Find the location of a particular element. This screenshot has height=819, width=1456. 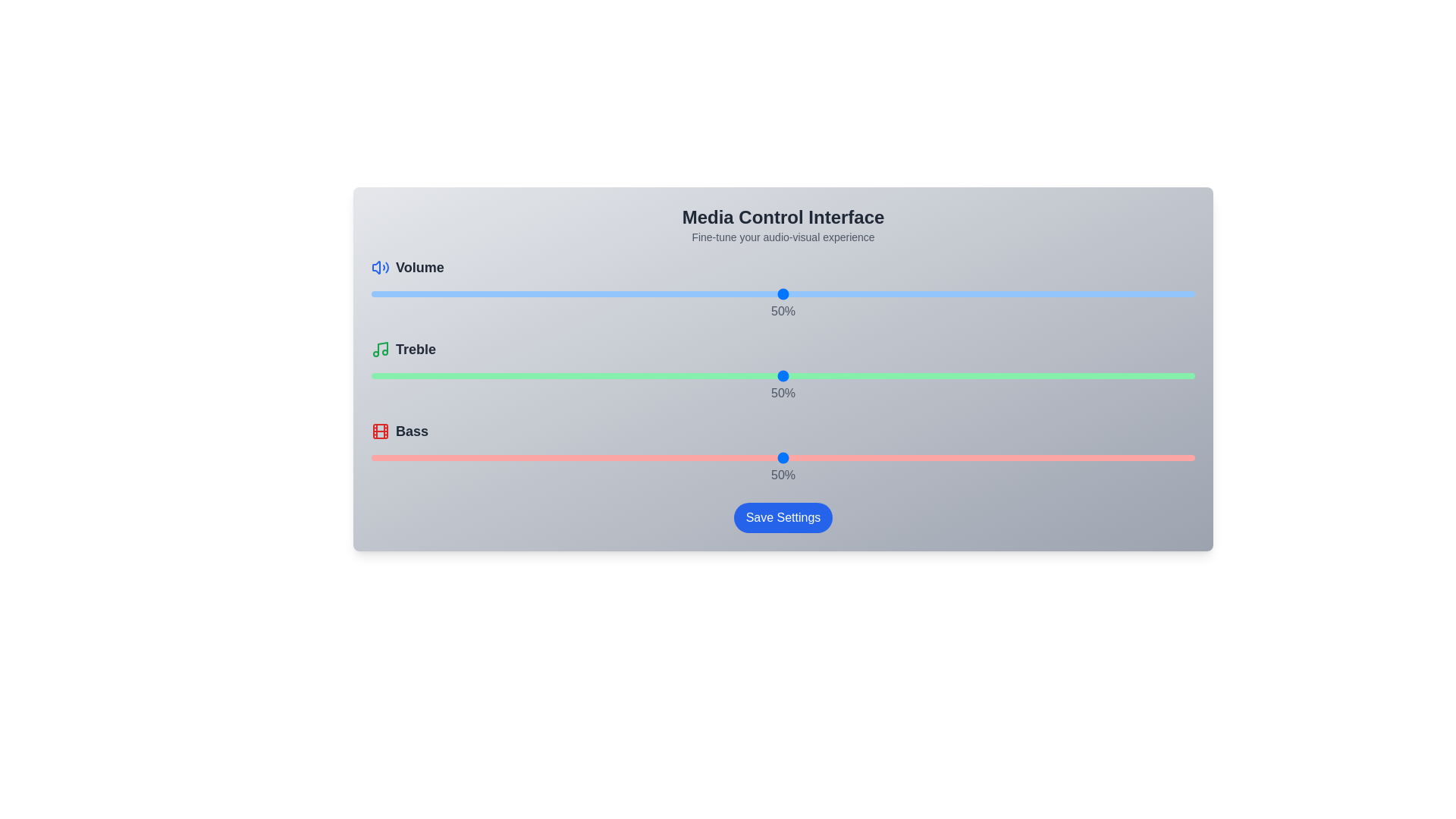

the slider value is located at coordinates (1129, 375).